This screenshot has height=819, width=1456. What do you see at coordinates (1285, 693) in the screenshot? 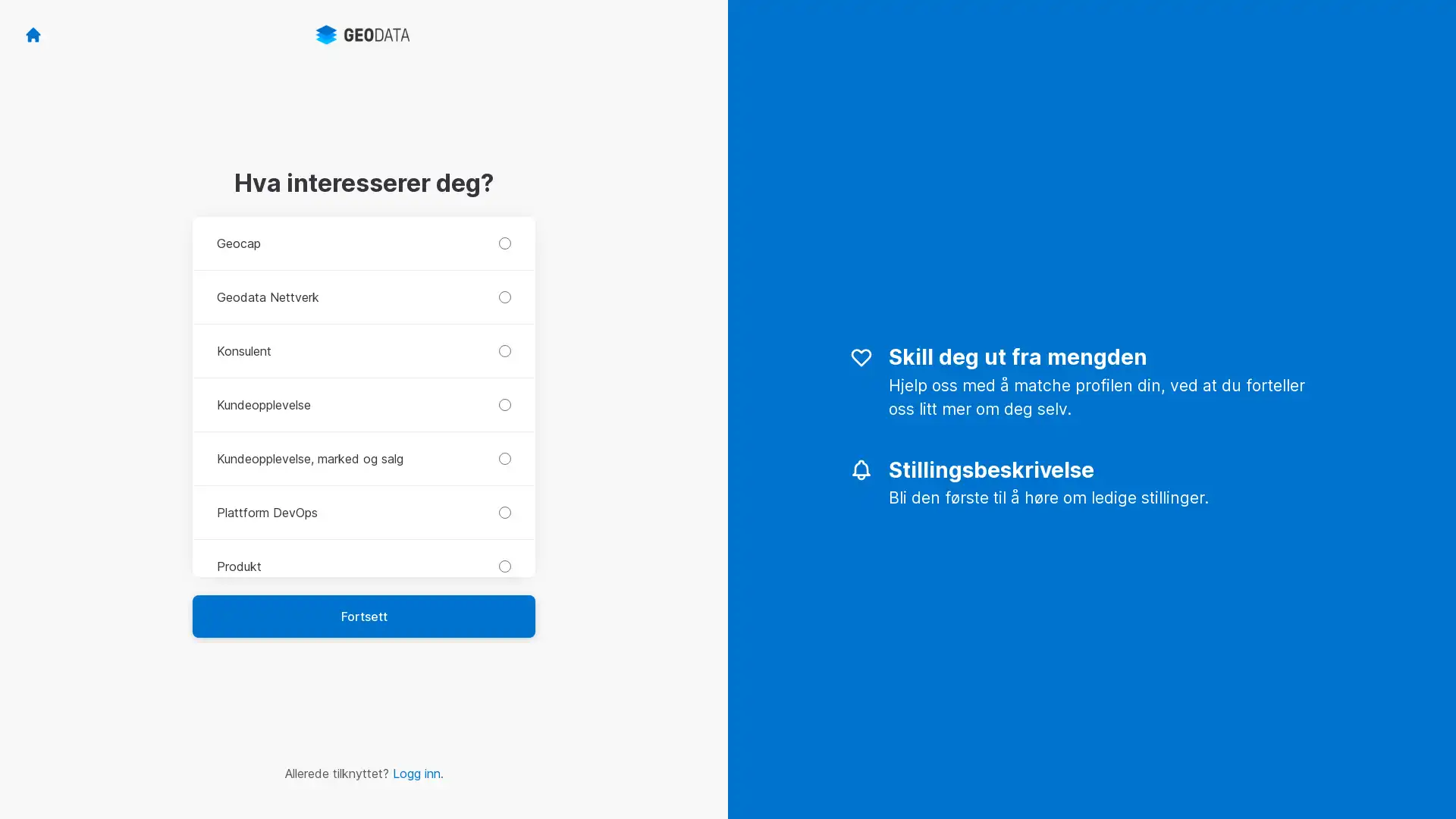
I see `Deaktivere alle` at bounding box center [1285, 693].